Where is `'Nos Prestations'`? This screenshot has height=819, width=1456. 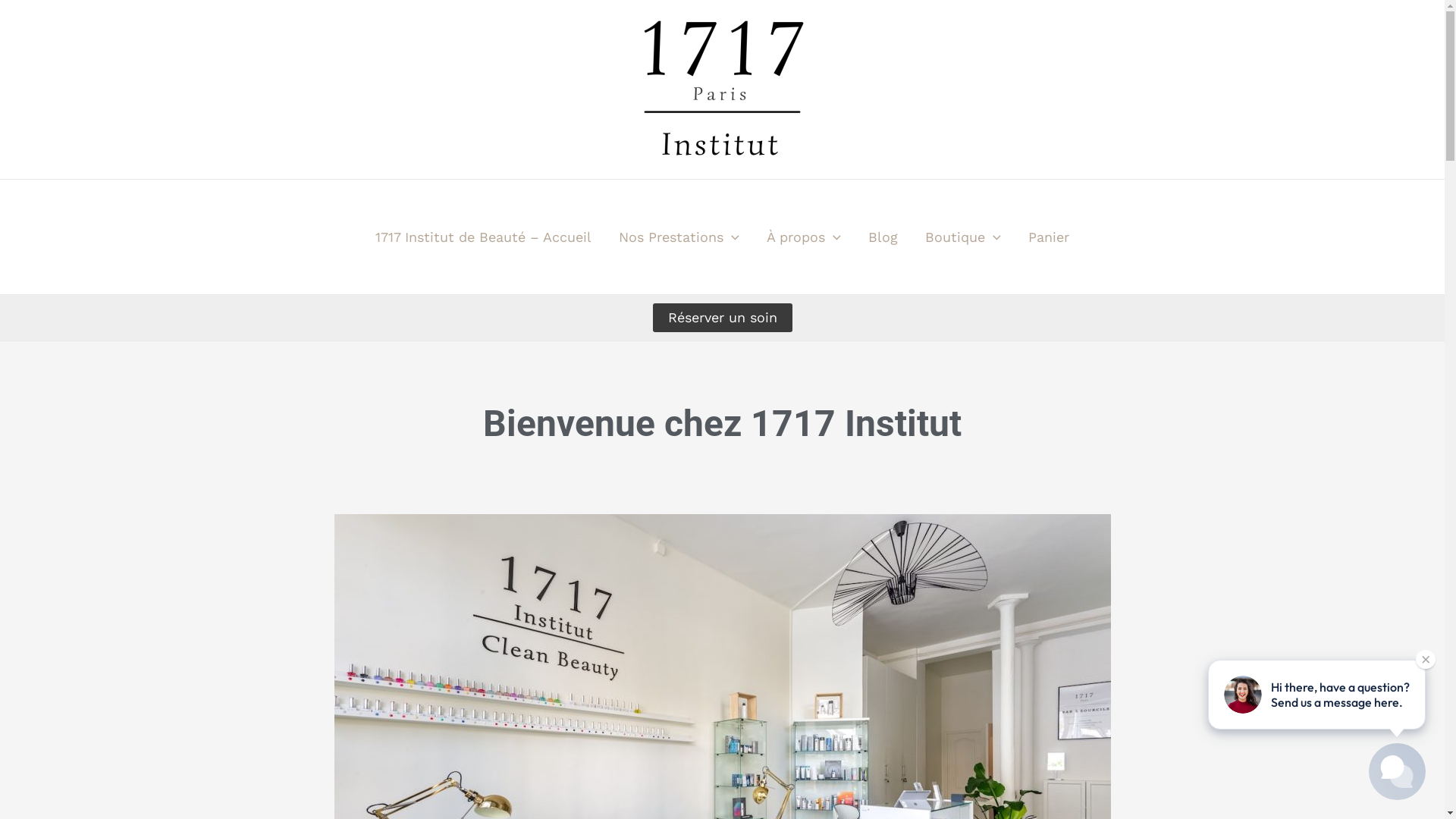
'Nos Prestations' is located at coordinates (678, 237).